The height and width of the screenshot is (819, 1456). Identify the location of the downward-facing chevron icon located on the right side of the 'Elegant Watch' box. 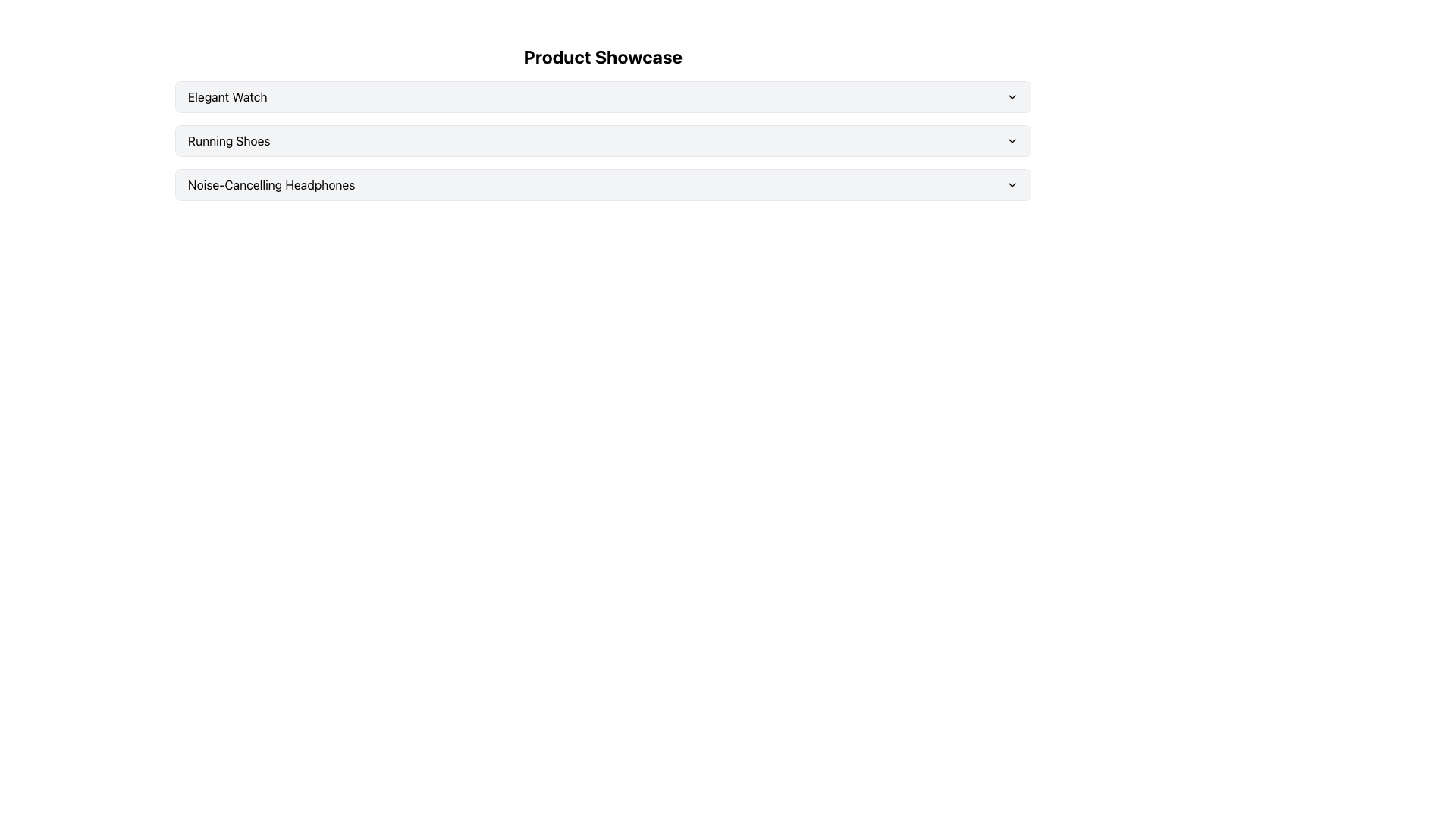
(1012, 96).